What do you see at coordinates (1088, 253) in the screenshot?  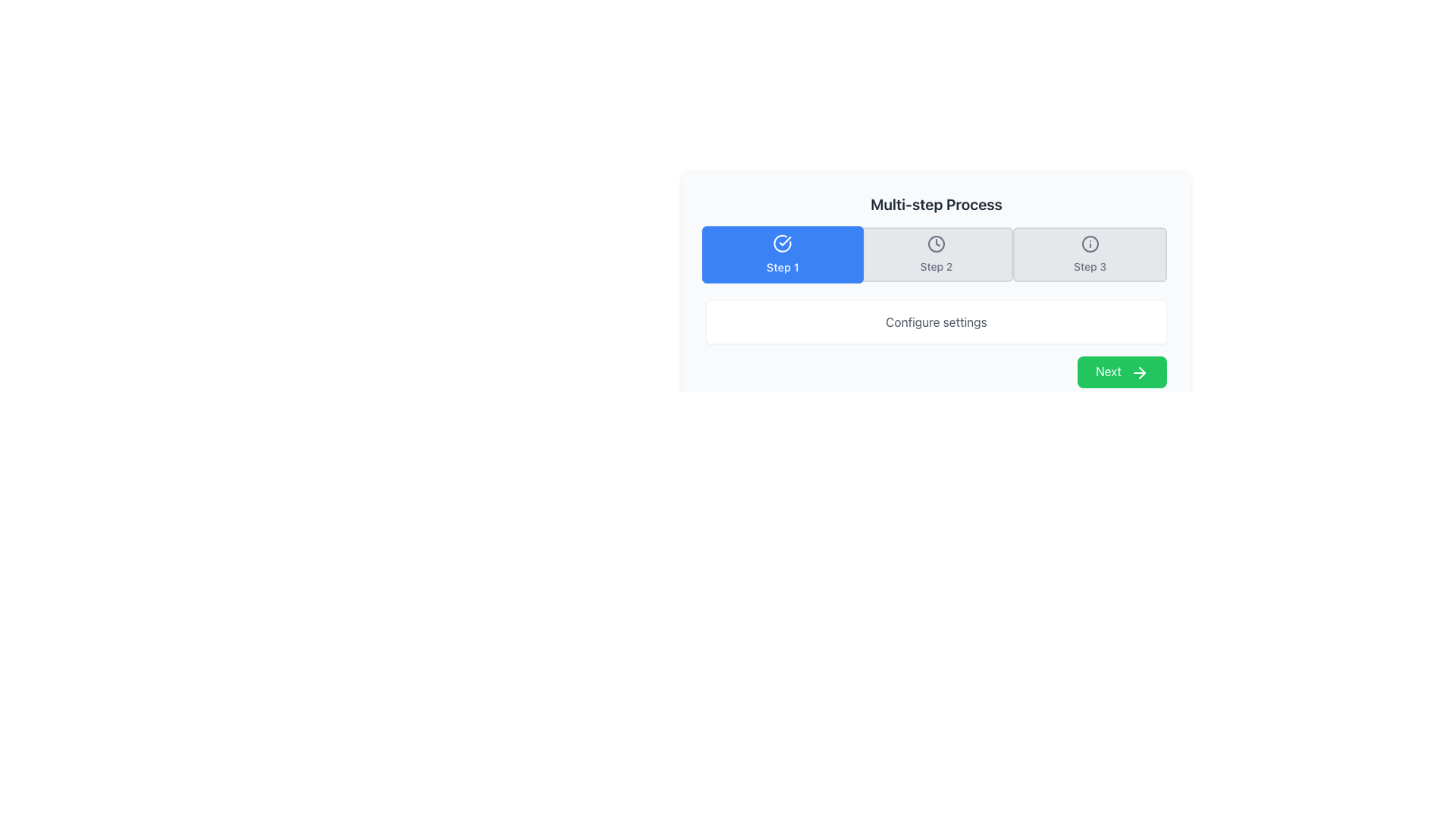 I see `the rectangular button with rounded corners labeled 'Step 3'` at bounding box center [1088, 253].